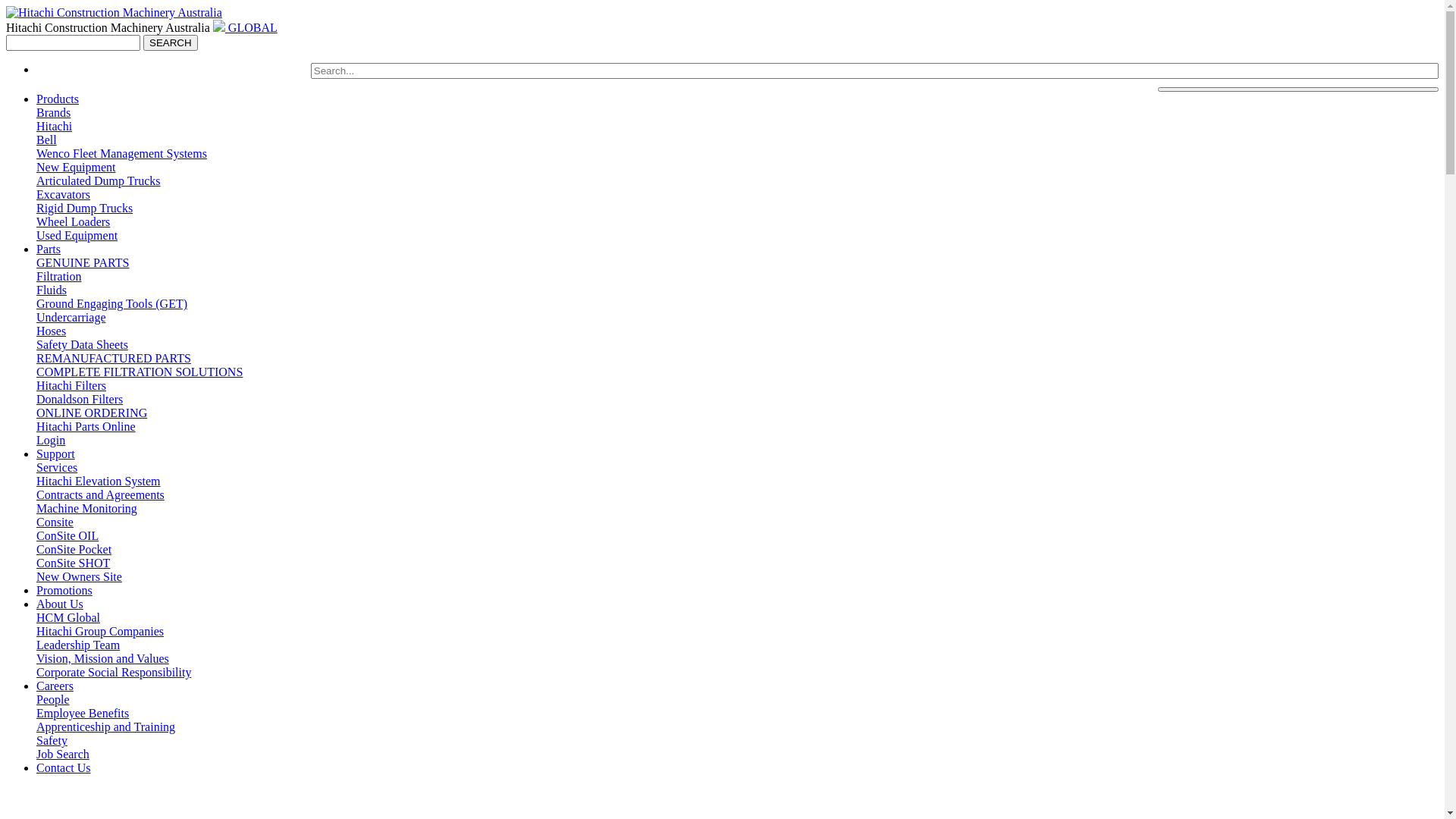 Image resolution: width=1456 pixels, height=819 pixels. Describe the element at coordinates (48, 248) in the screenshot. I see `'Parts'` at that location.